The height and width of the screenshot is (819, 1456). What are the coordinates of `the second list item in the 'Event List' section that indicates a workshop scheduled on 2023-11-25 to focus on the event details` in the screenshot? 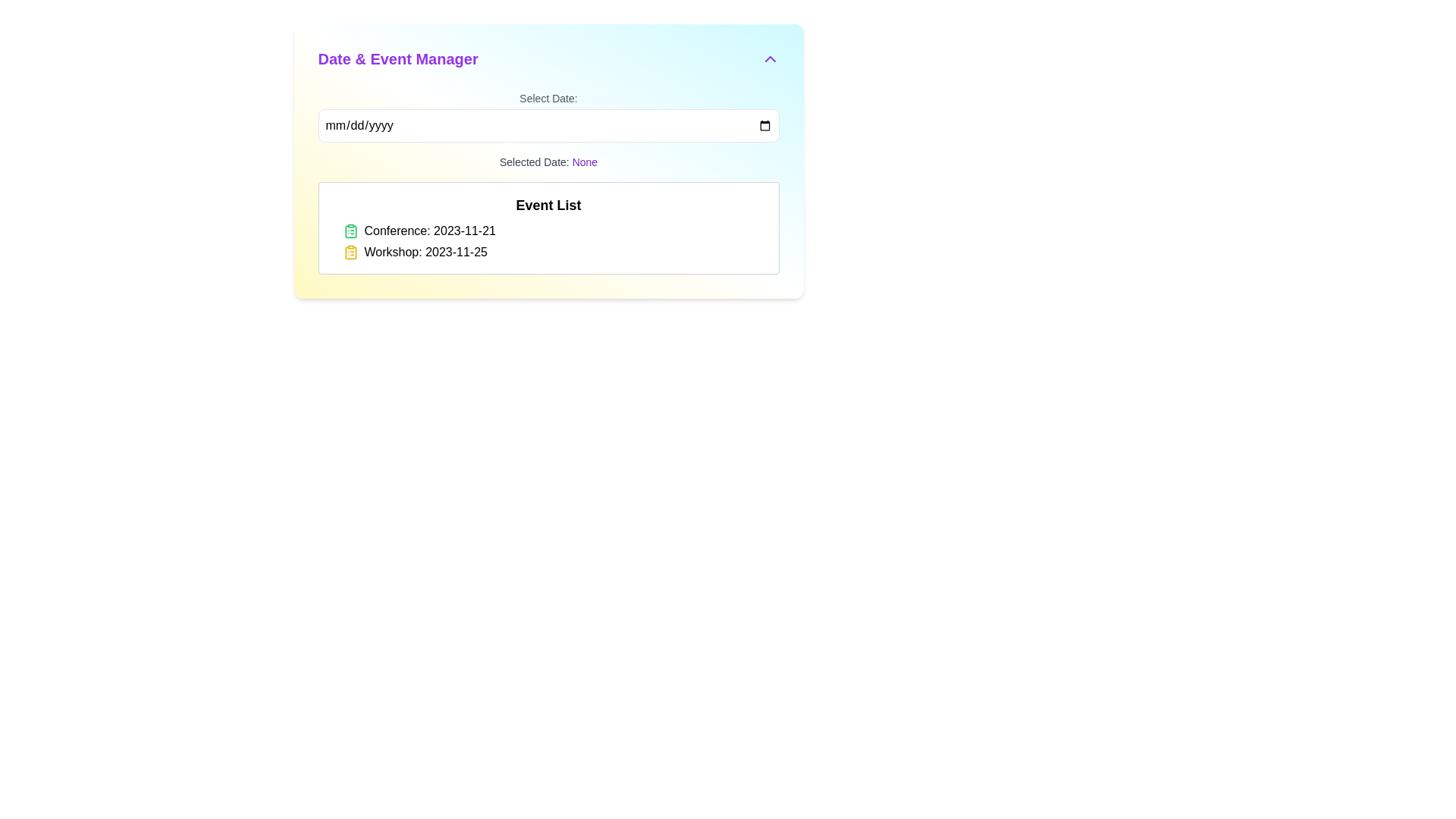 It's located at (554, 251).